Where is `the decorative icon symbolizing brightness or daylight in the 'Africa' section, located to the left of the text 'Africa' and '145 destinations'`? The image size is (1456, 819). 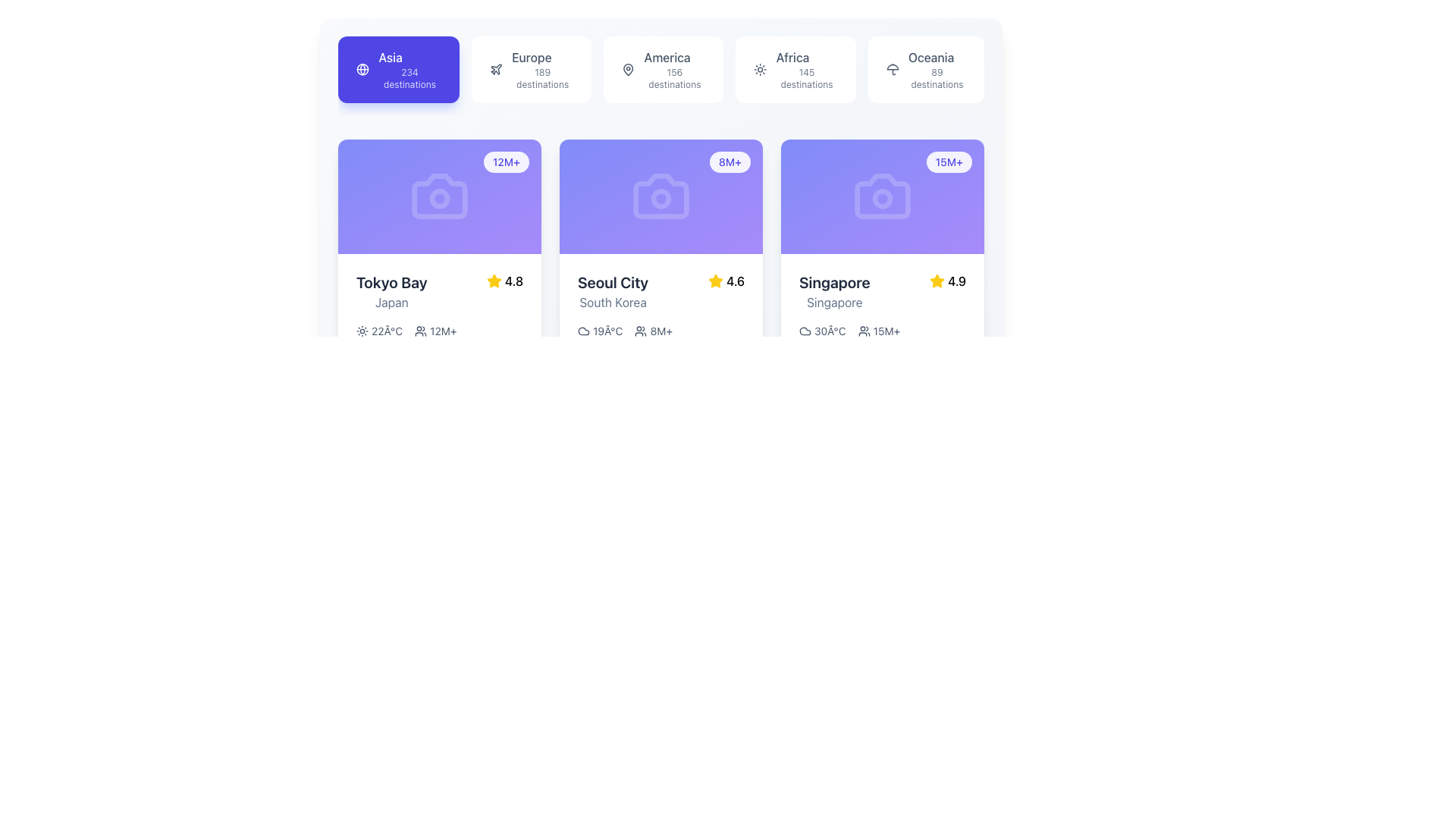 the decorative icon symbolizing brightness or daylight in the 'Africa' section, located to the left of the text 'Africa' and '145 destinations' is located at coordinates (761, 70).